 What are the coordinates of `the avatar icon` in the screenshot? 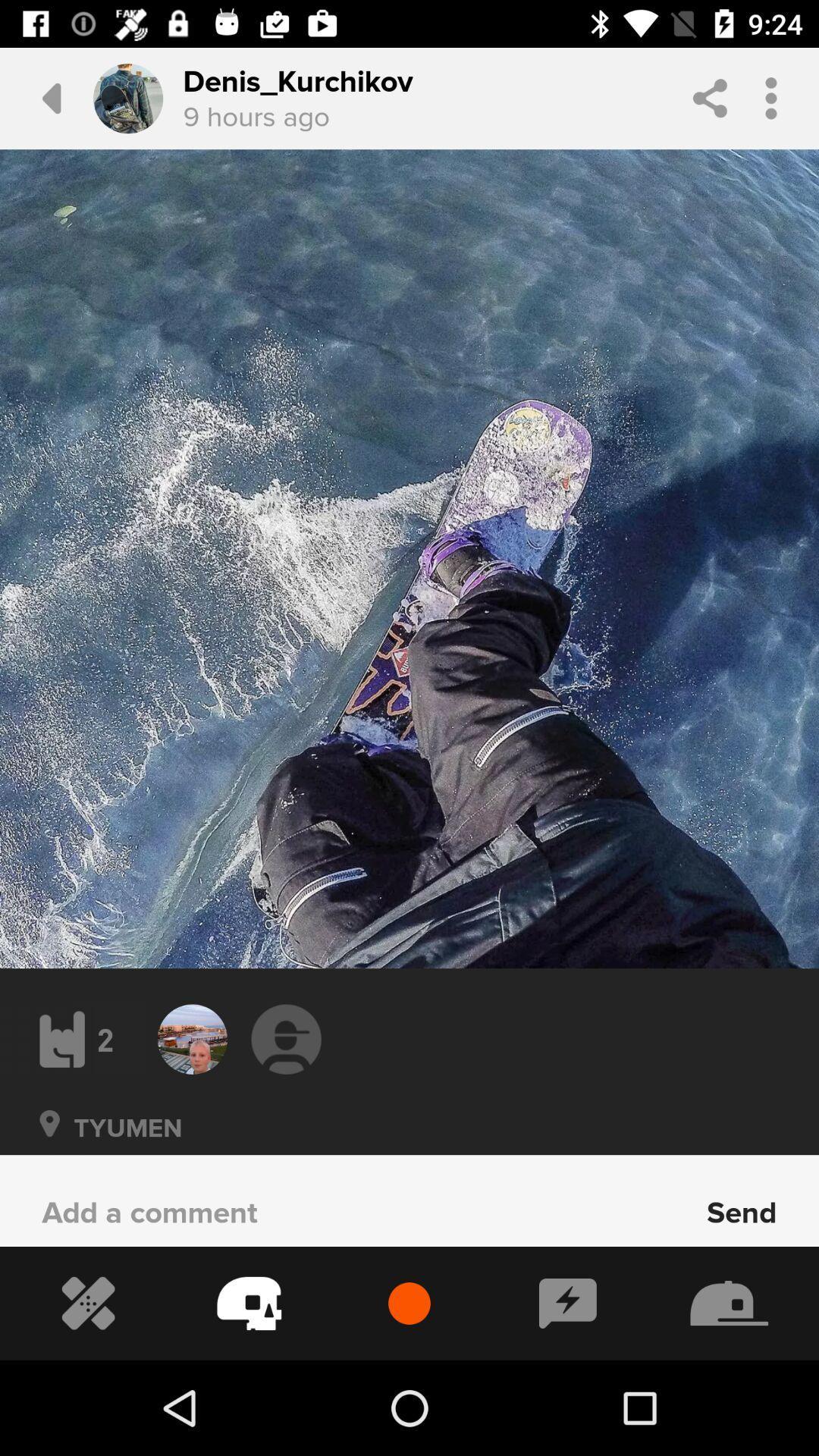 It's located at (286, 1038).